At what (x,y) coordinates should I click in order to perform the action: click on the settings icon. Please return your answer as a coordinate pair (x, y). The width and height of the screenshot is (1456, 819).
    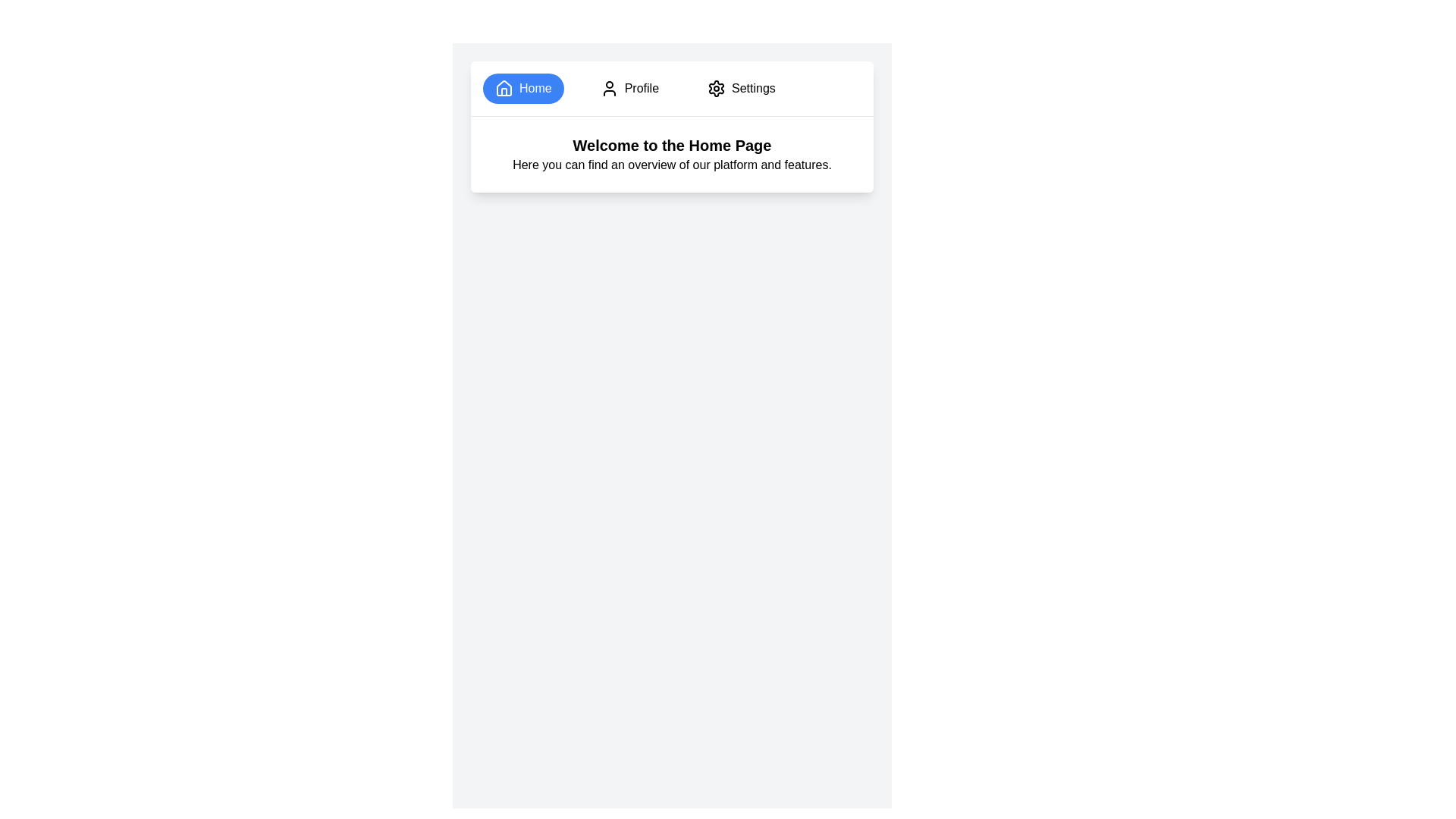
    Looking at the image, I should click on (716, 88).